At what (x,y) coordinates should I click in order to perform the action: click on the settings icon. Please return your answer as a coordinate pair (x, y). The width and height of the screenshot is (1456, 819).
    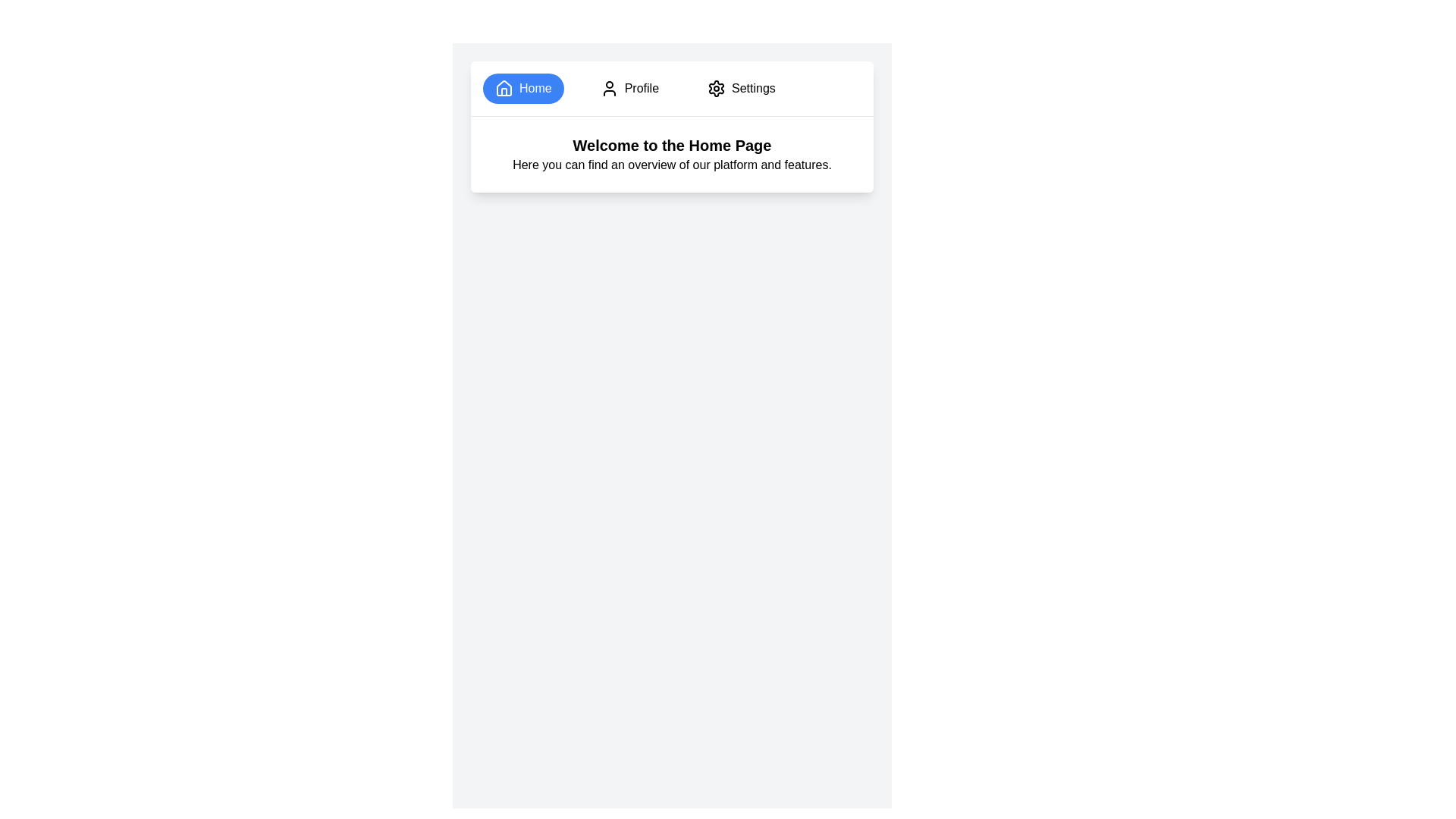
    Looking at the image, I should click on (716, 88).